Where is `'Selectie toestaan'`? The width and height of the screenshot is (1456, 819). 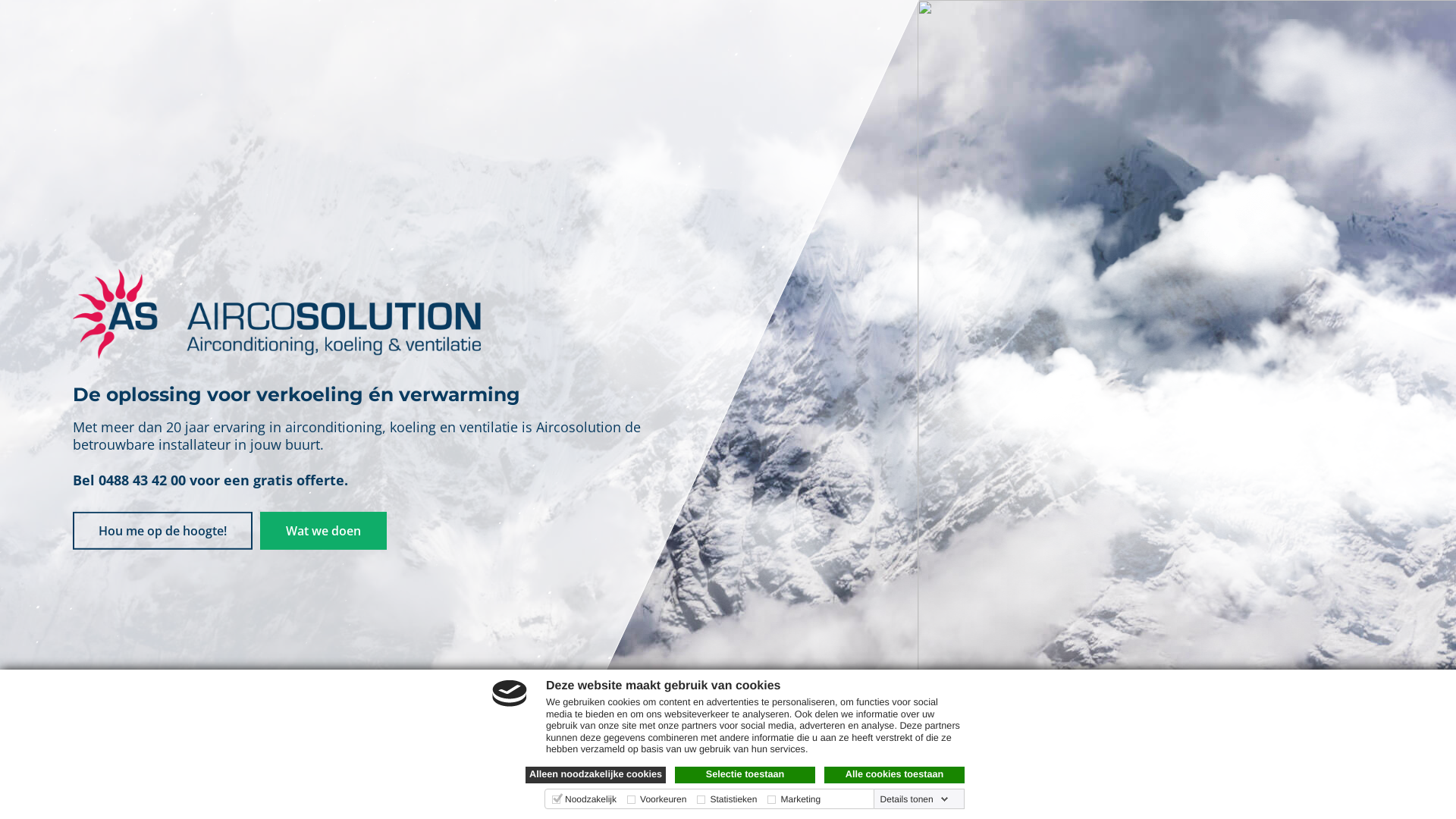 'Selectie toestaan' is located at coordinates (745, 775).